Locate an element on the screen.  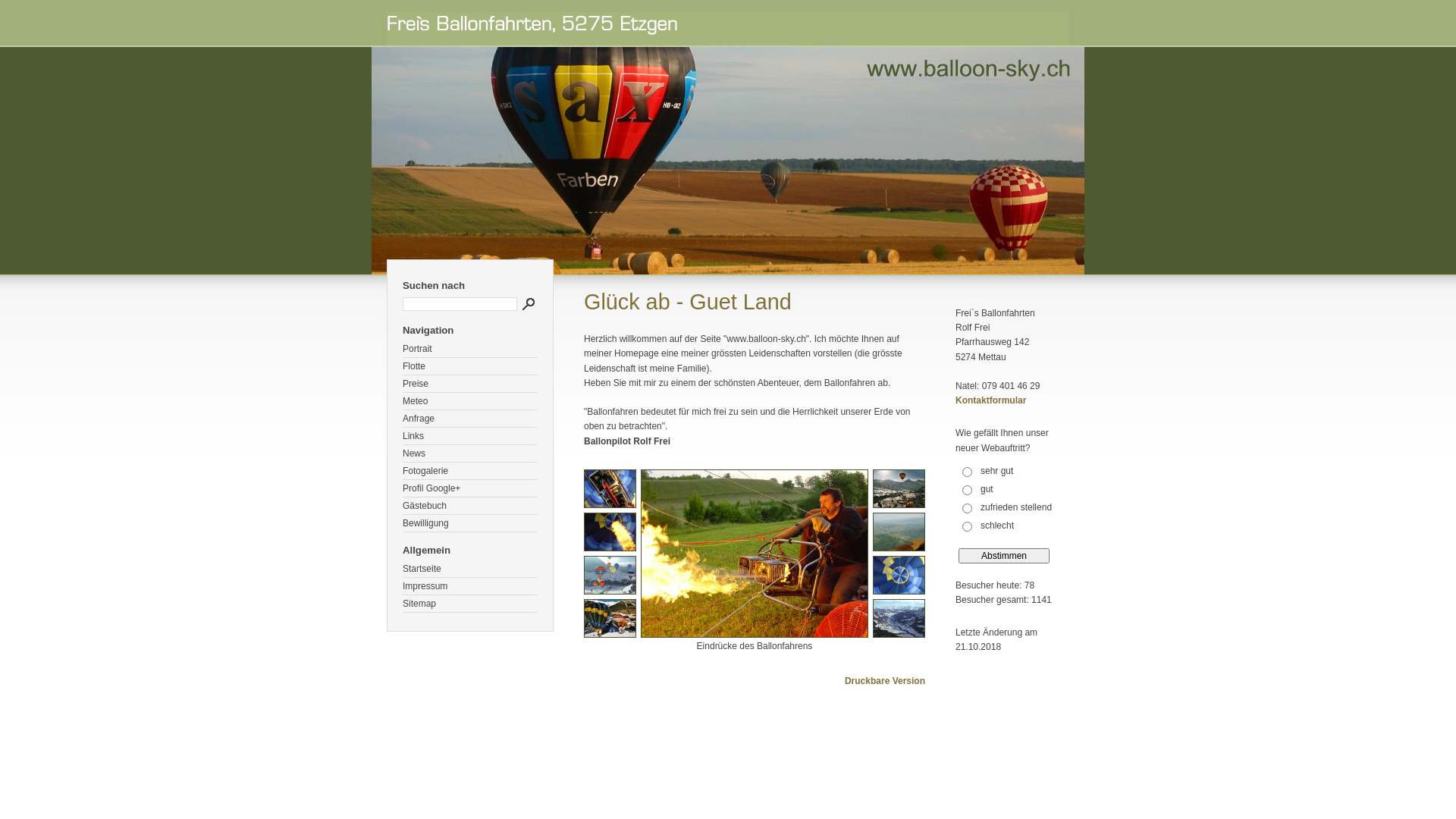
'Abstimmen' is located at coordinates (1004, 555).